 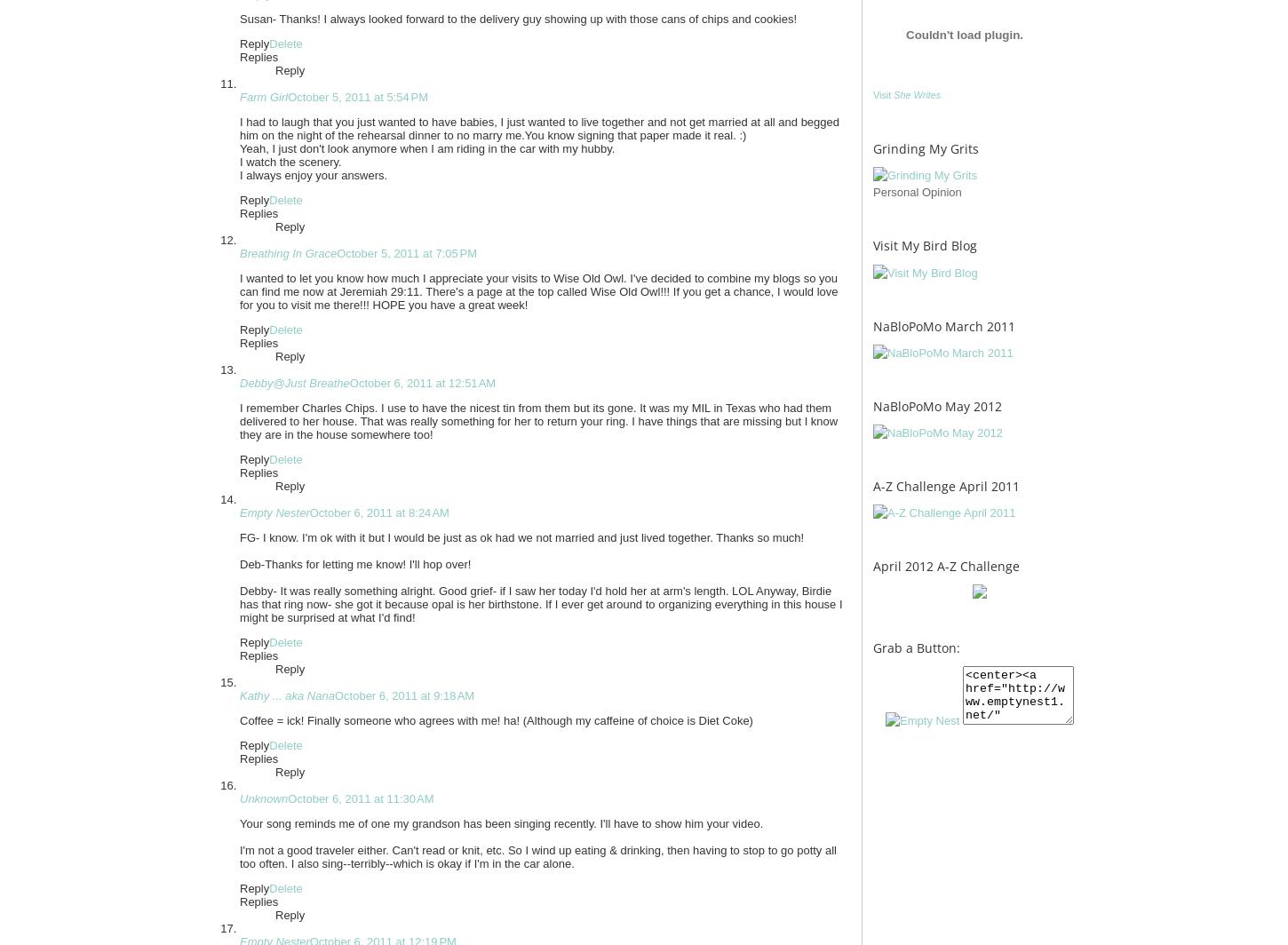 I want to click on 'October 5, 2011 at 5:54 PM', so click(x=356, y=97).